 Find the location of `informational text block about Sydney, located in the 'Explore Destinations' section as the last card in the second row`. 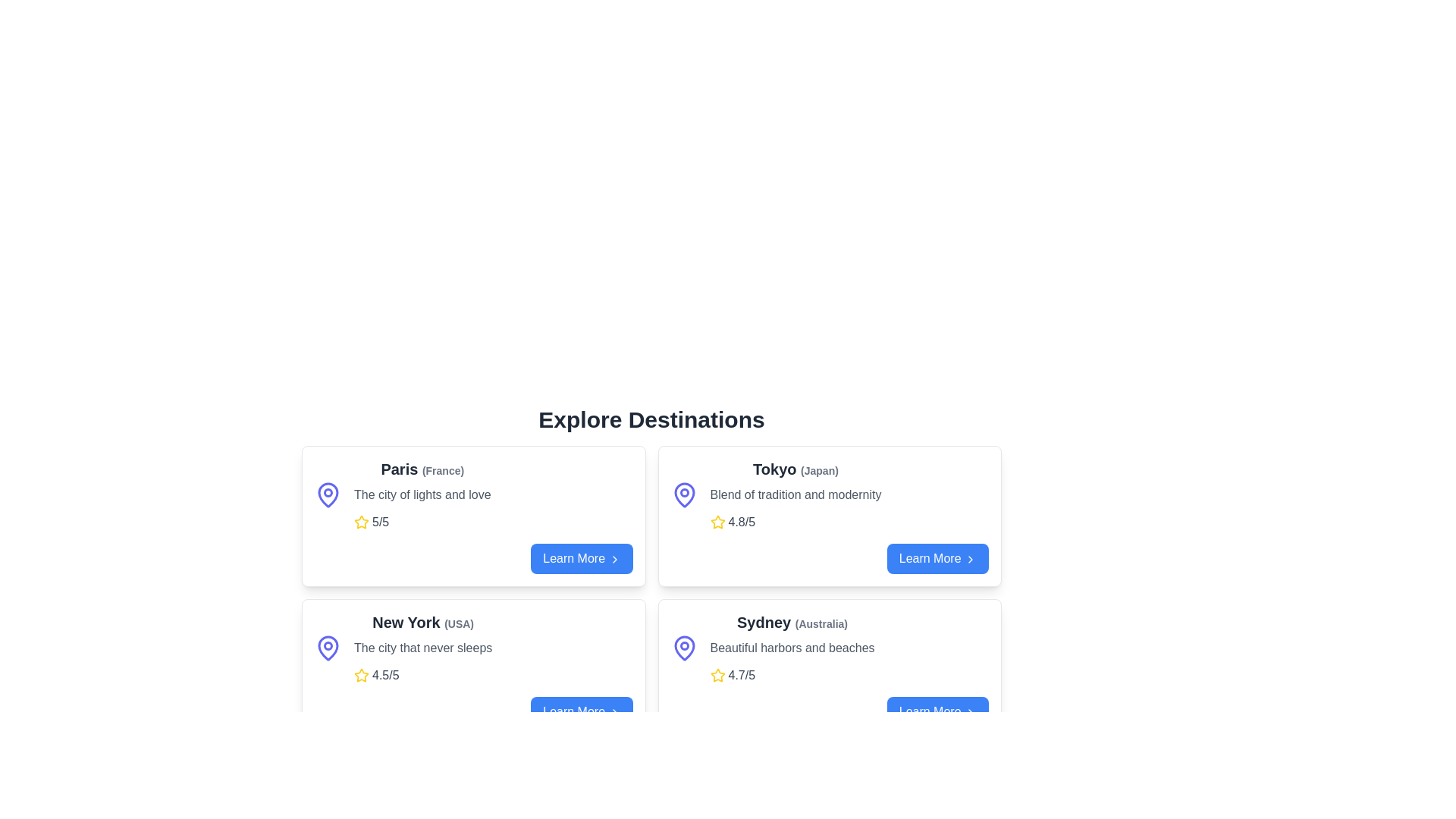

informational text block about Sydney, located in the 'Explore Destinations' section as the last card in the second row is located at coordinates (829, 648).